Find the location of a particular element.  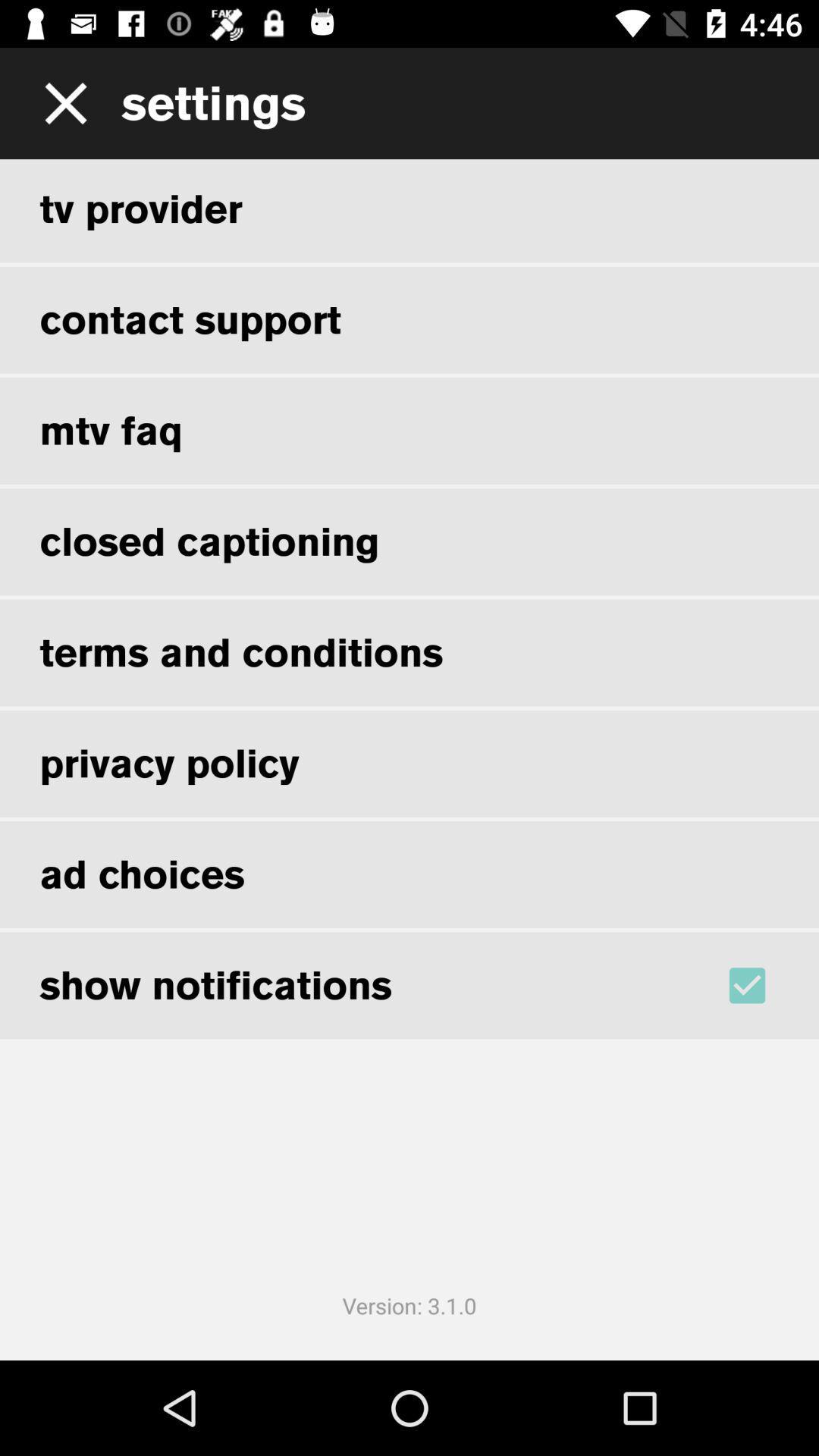

show notification check box is located at coordinates (767, 985).